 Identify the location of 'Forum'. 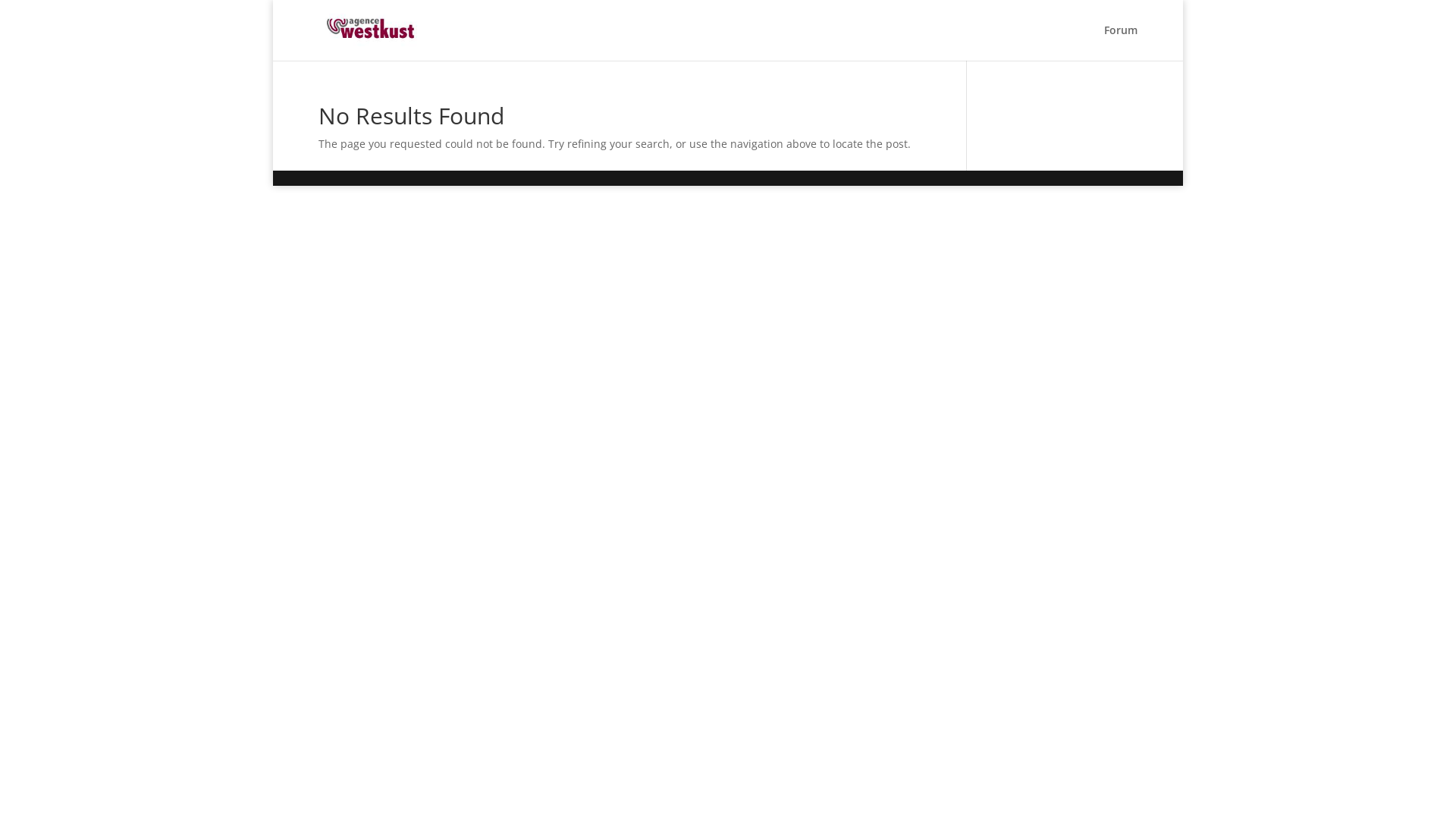
(1103, 42).